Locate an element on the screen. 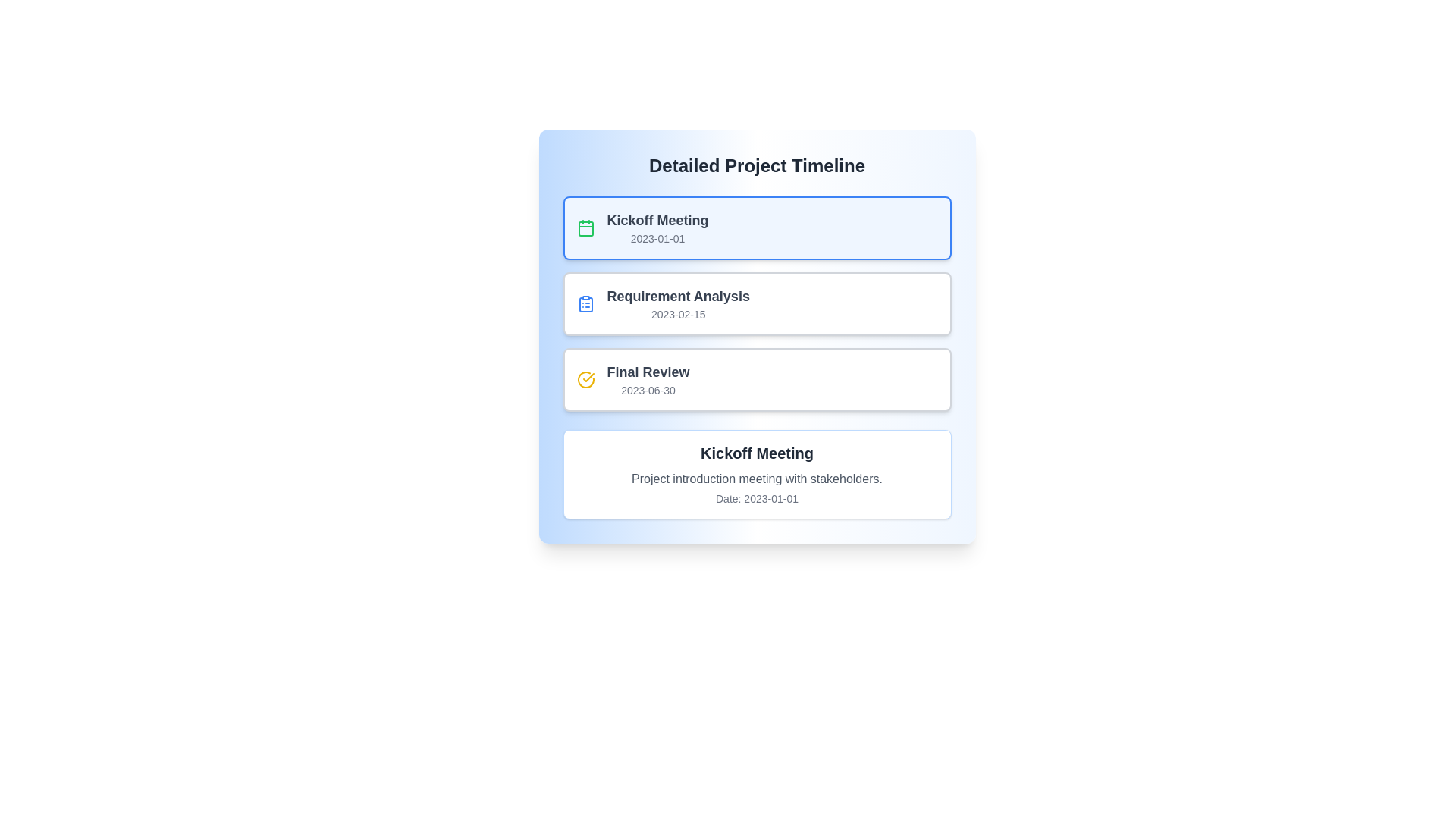 The height and width of the screenshot is (819, 1456). the rectangular SVG graphical element that represents part of a calendar icon, indicating a date or event is located at coordinates (585, 228).